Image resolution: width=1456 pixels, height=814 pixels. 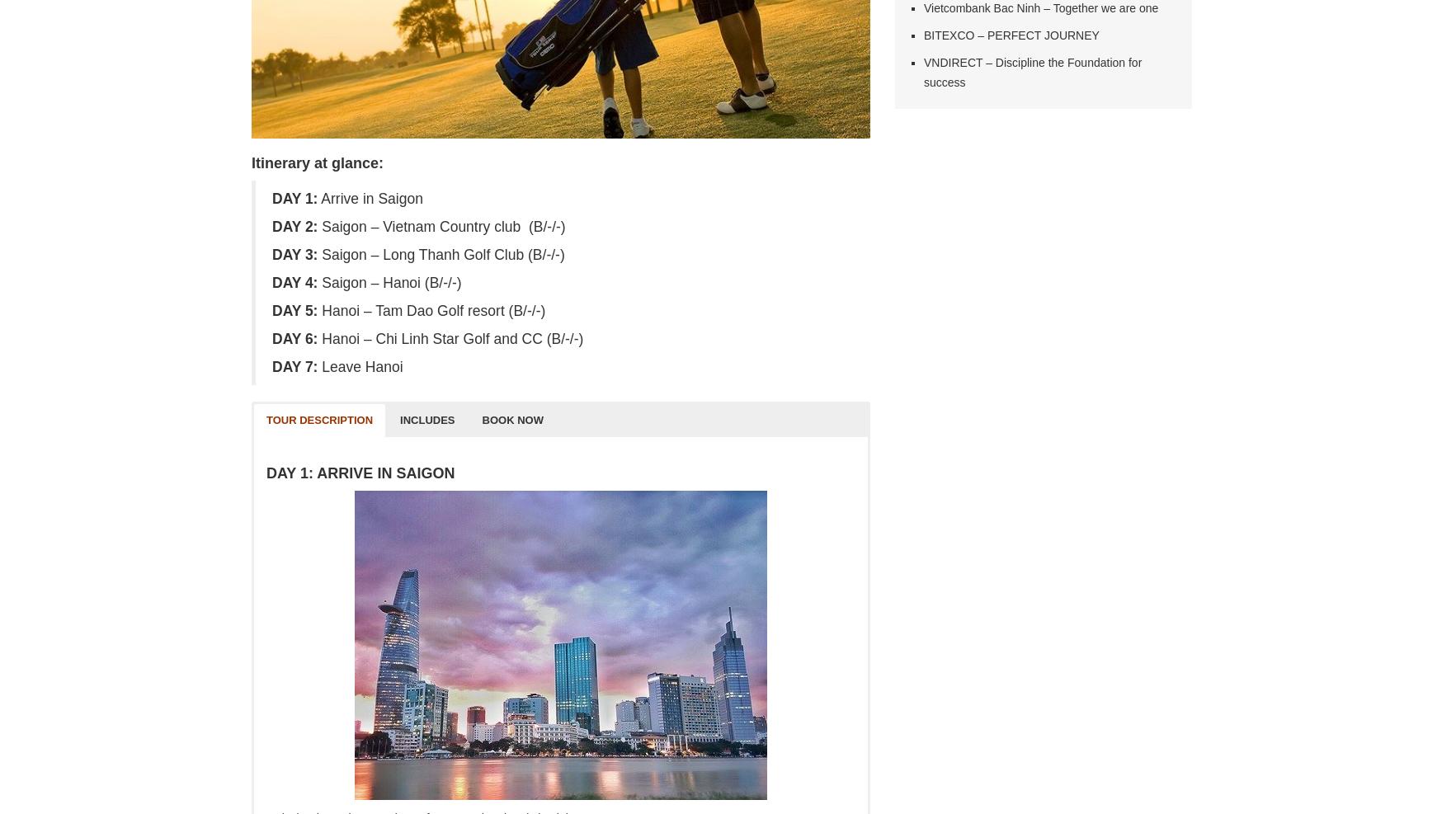 What do you see at coordinates (271, 226) in the screenshot?
I see `'DAY 2:'` at bounding box center [271, 226].